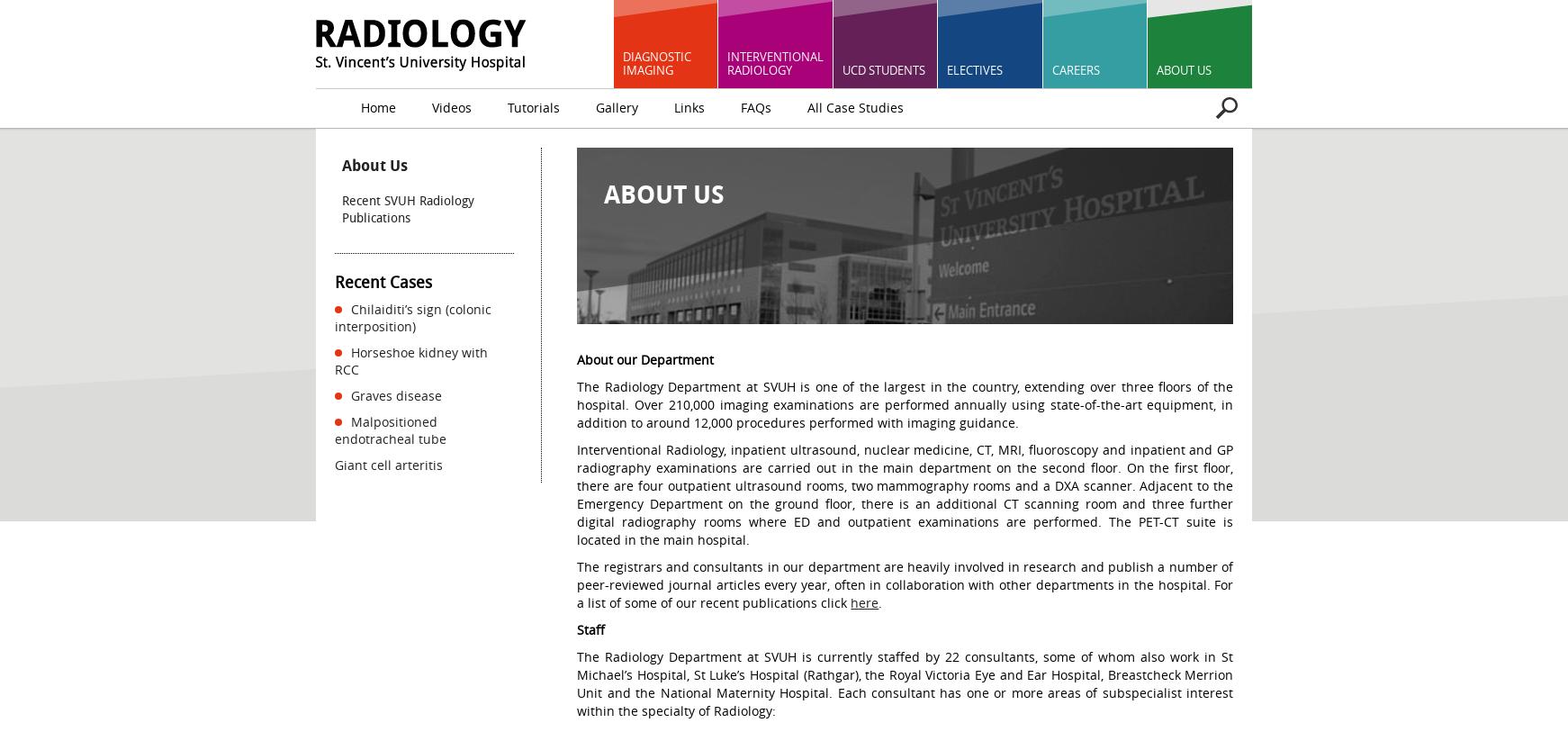 The width and height of the screenshot is (1568, 741). I want to click on 'The Radiology Department at SVUH is currently staffed by 22 consultants, some of whom also work in St Michael’s Hospital, St Luke’s Hospital (Rathgar), the Royal Victoria Eye and Ear Hospital, Breastcheck Merrion Unit and the National Maternity Hospital. Each consultant has one or more areas of subspecialist interest within the specialty of Radiology:', so click(904, 682).